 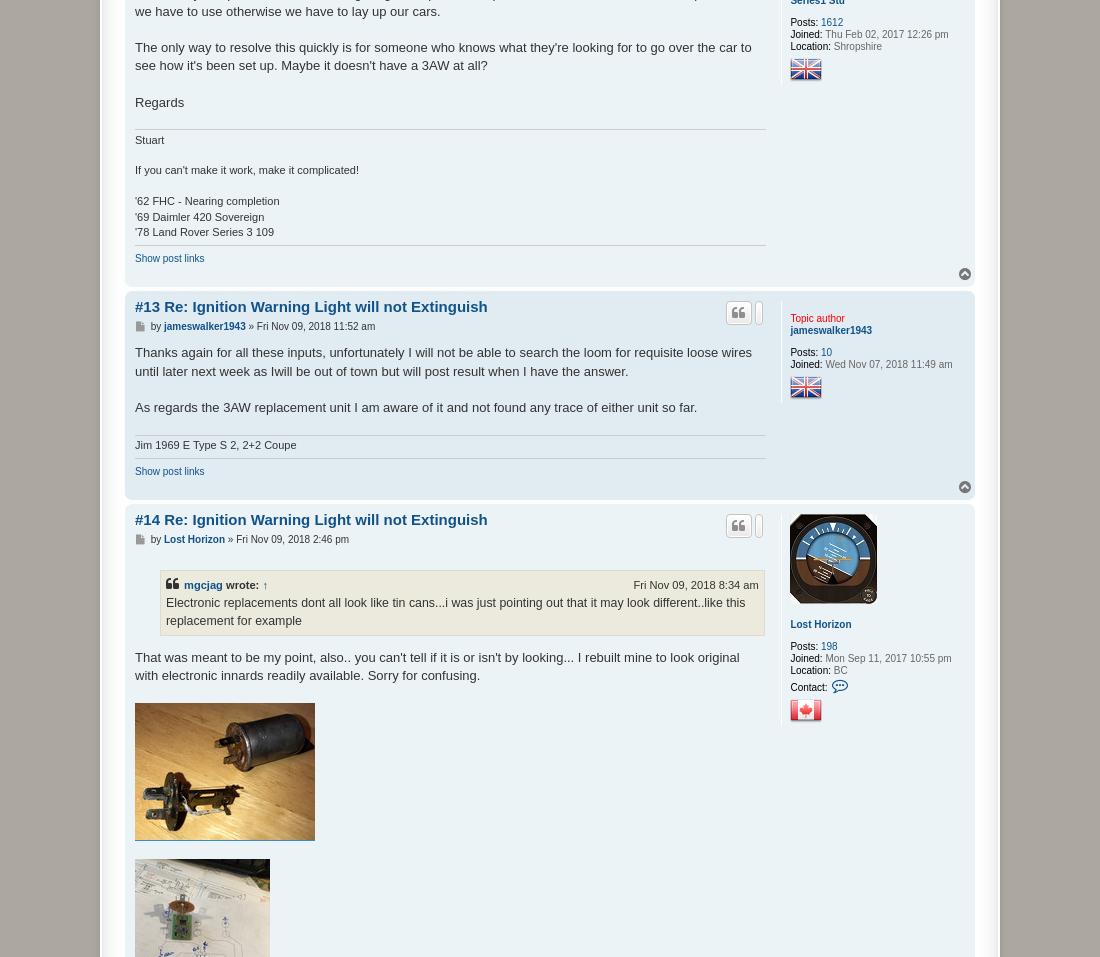 What do you see at coordinates (221, 582) in the screenshot?
I see `'wrote:'` at bounding box center [221, 582].